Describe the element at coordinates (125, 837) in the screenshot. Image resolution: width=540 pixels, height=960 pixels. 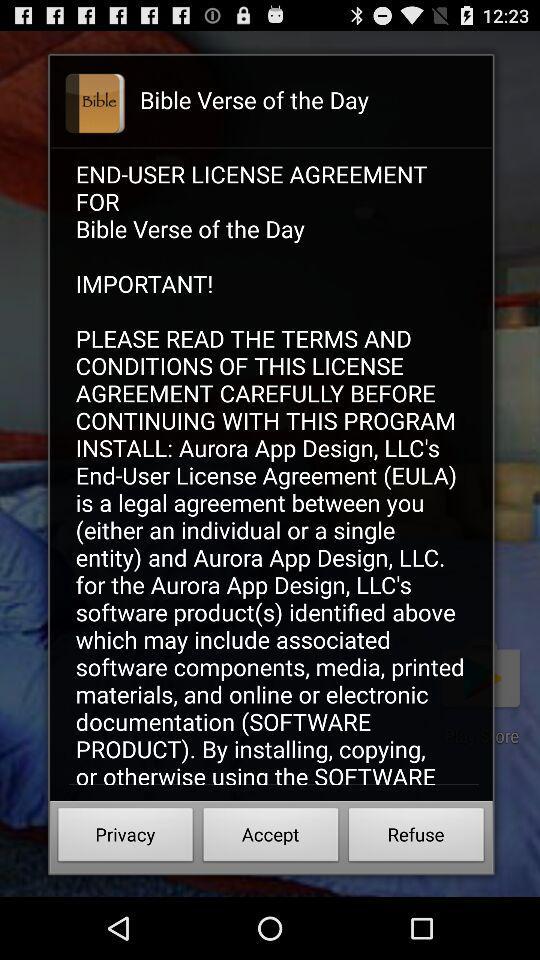
I see `app below end user license app` at that location.